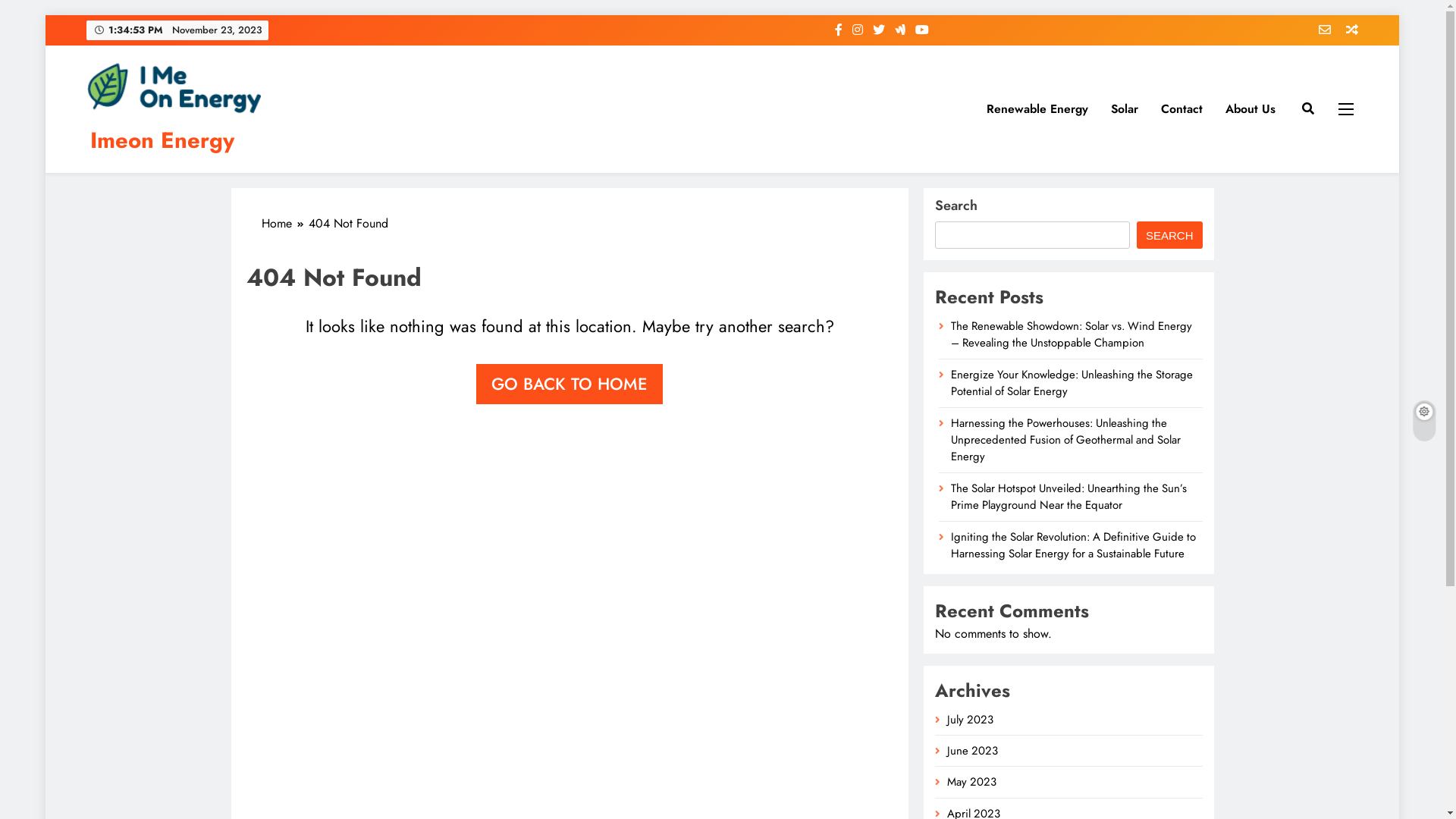 The height and width of the screenshot is (819, 1456). What do you see at coordinates (969, 718) in the screenshot?
I see `'July 2023'` at bounding box center [969, 718].